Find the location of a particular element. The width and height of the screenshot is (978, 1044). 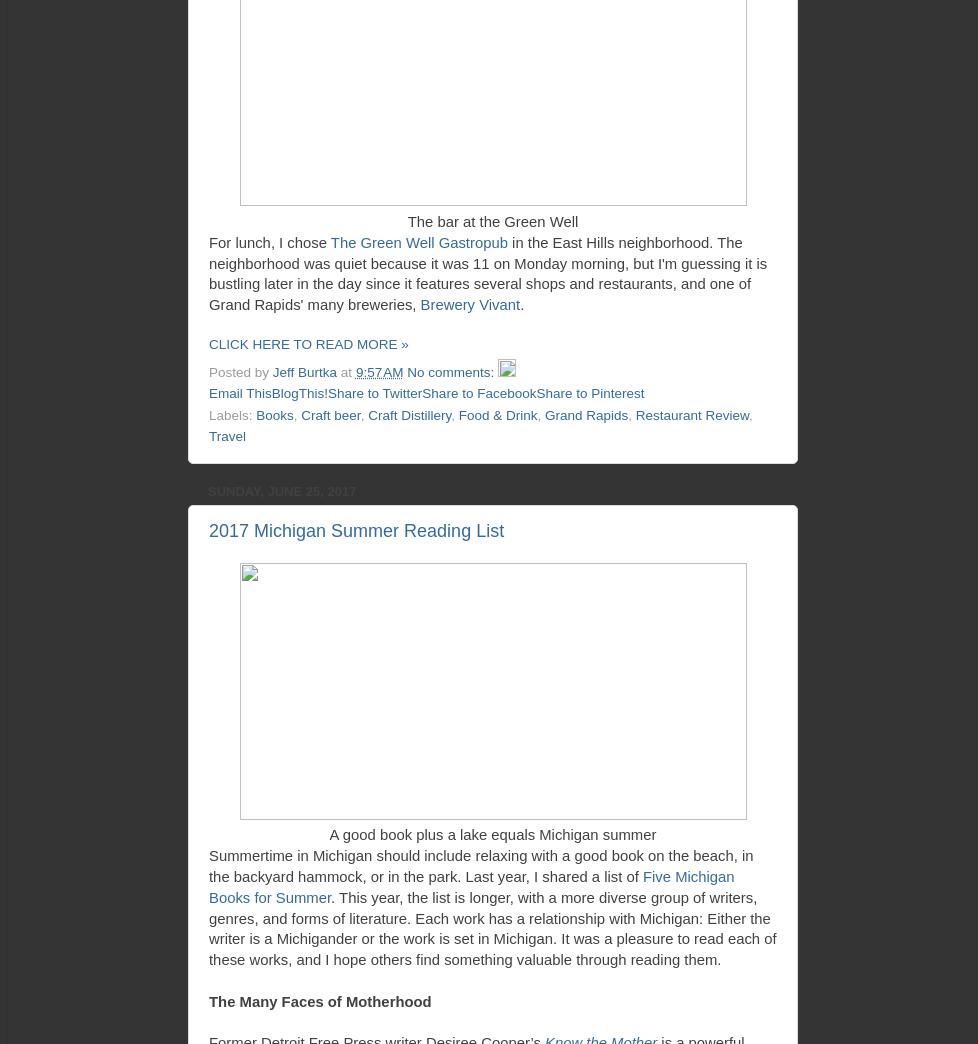

'Grand Rapids' is located at coordinates (586, 413).